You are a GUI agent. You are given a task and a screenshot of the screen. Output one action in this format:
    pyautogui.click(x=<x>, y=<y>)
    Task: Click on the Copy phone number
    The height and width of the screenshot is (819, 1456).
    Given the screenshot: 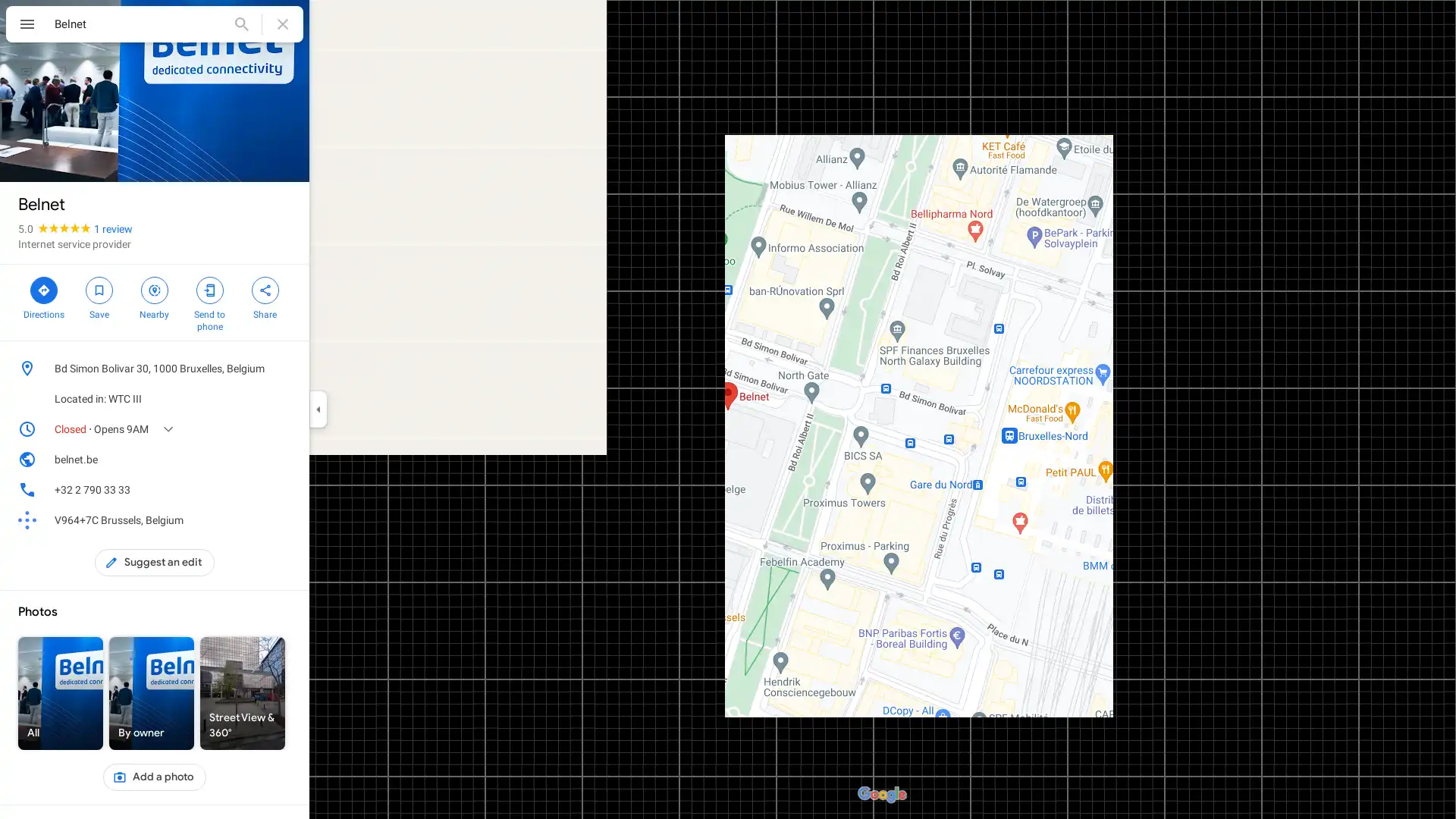 What is the action you would take?
    pyautogui.click(x=261, y=489)
    